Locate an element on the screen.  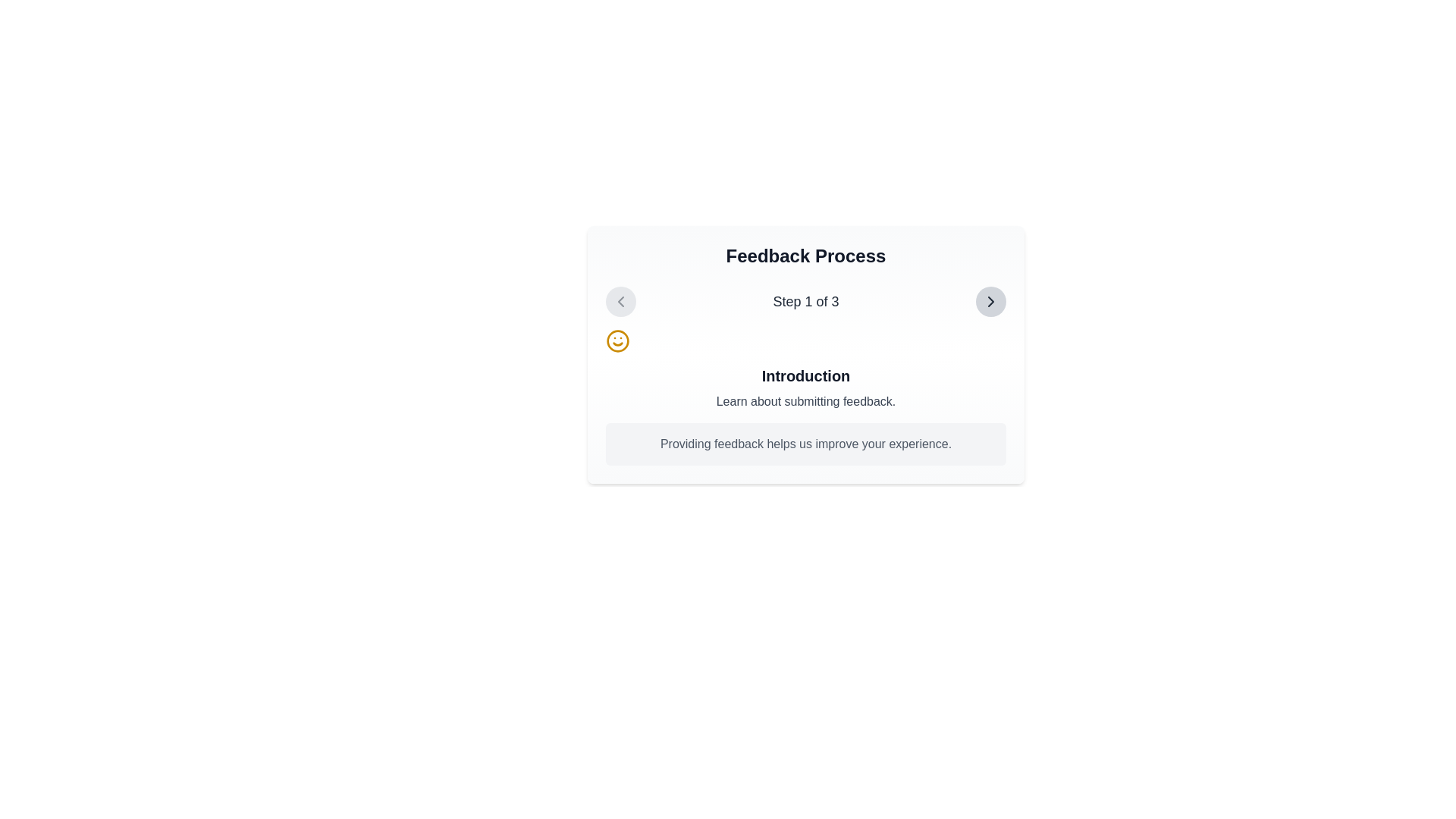
the circular gray button with a right-facing chevron icon located at the right end of the navigation controls is located at coordinates (990, 301).